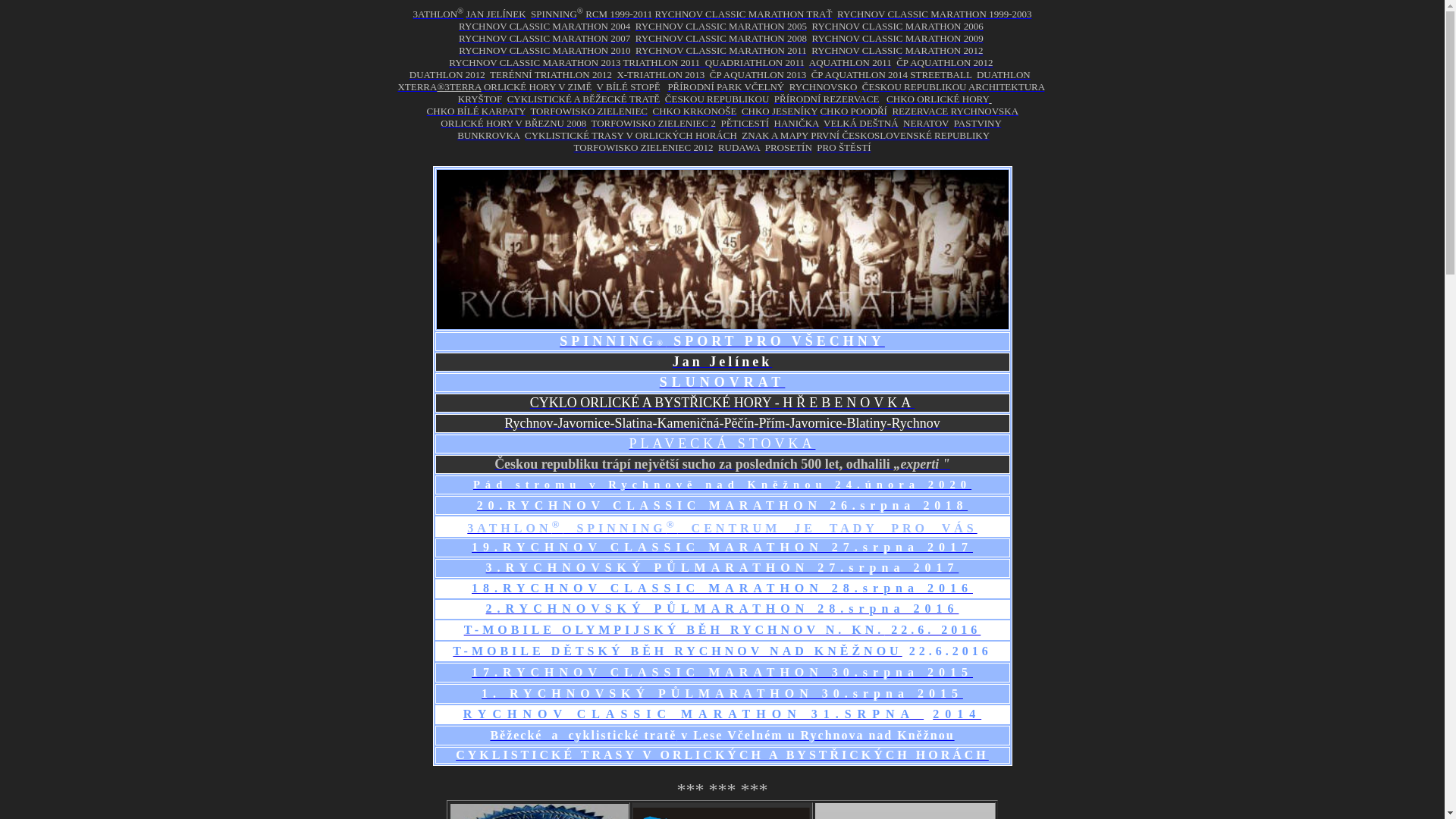  What do you see at coordinates (553, 14) in the screenshot?
I see `'SPINNING'` at bounding box center [553, 14].